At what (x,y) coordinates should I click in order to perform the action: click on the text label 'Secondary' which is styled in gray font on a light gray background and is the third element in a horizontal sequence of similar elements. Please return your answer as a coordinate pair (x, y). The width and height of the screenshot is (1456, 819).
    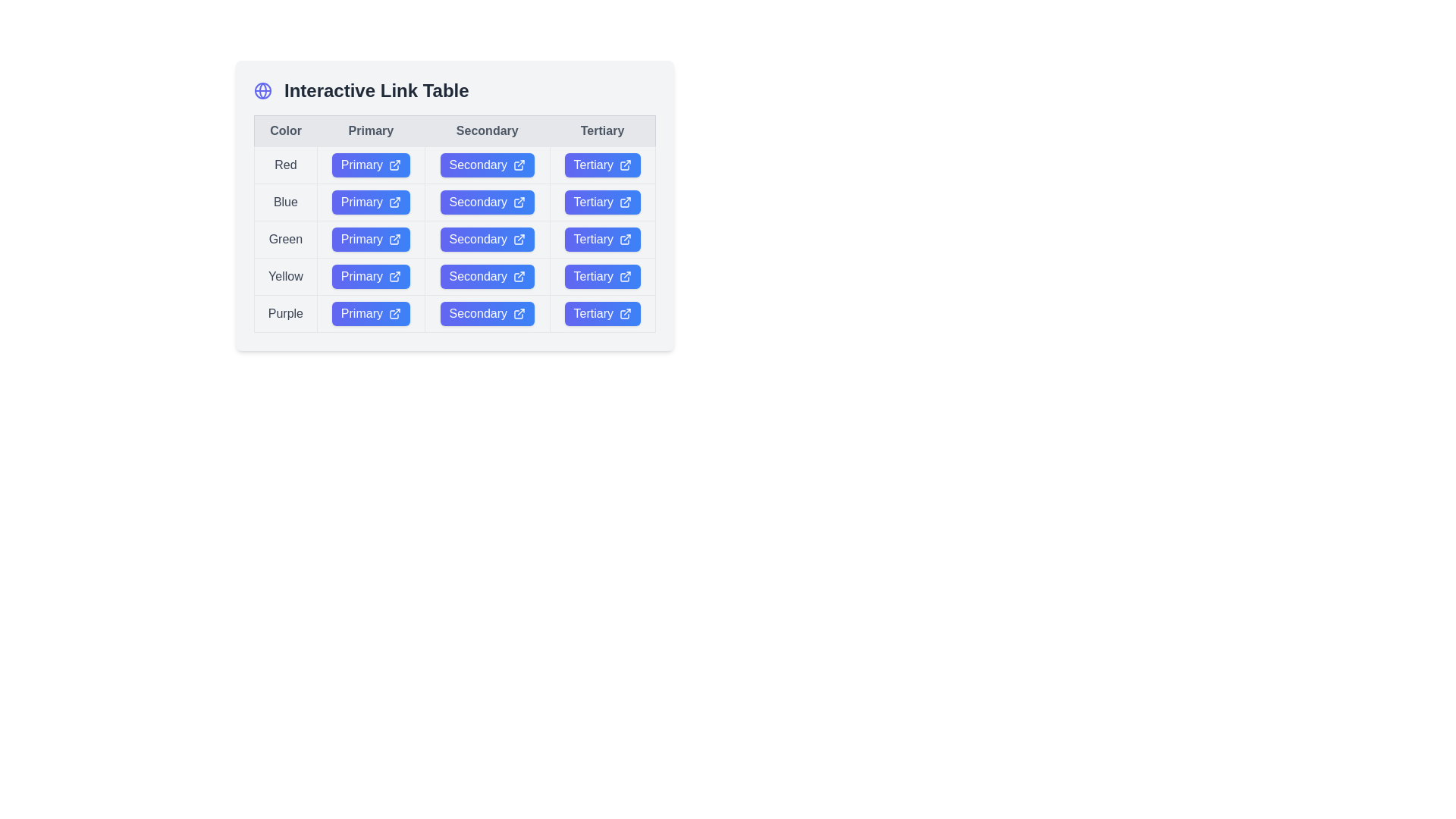
    Looking at the image, I should click on (487, 130).